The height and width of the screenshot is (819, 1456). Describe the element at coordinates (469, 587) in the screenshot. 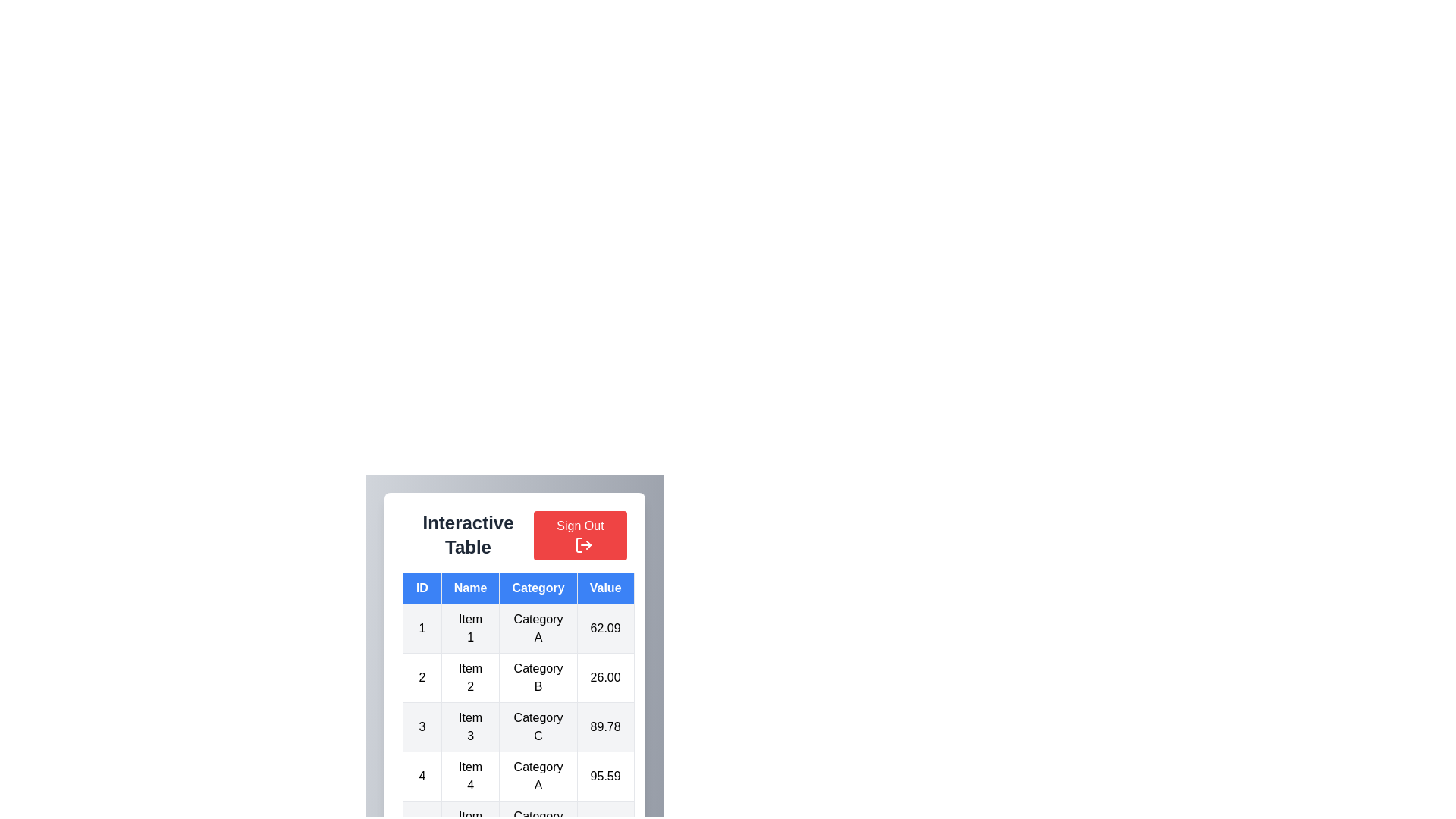

I see `the Name to sort the table by that column` at that location.